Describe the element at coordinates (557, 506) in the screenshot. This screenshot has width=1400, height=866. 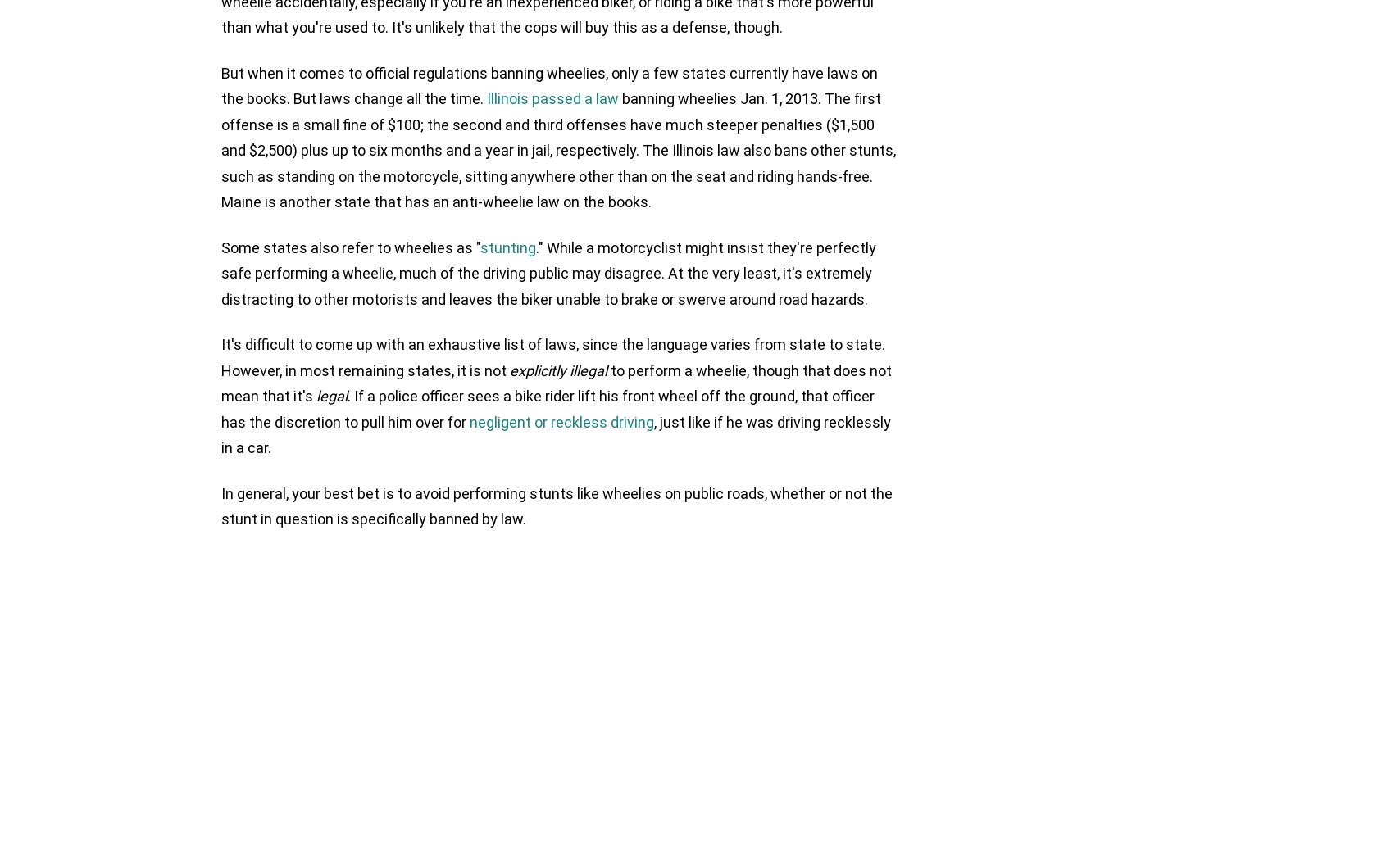
I see `'In general, your best bet is to avoid performing stunts like wheelies on public roads, whether or not the stunt in question is specifically banned by law.'` at that location.